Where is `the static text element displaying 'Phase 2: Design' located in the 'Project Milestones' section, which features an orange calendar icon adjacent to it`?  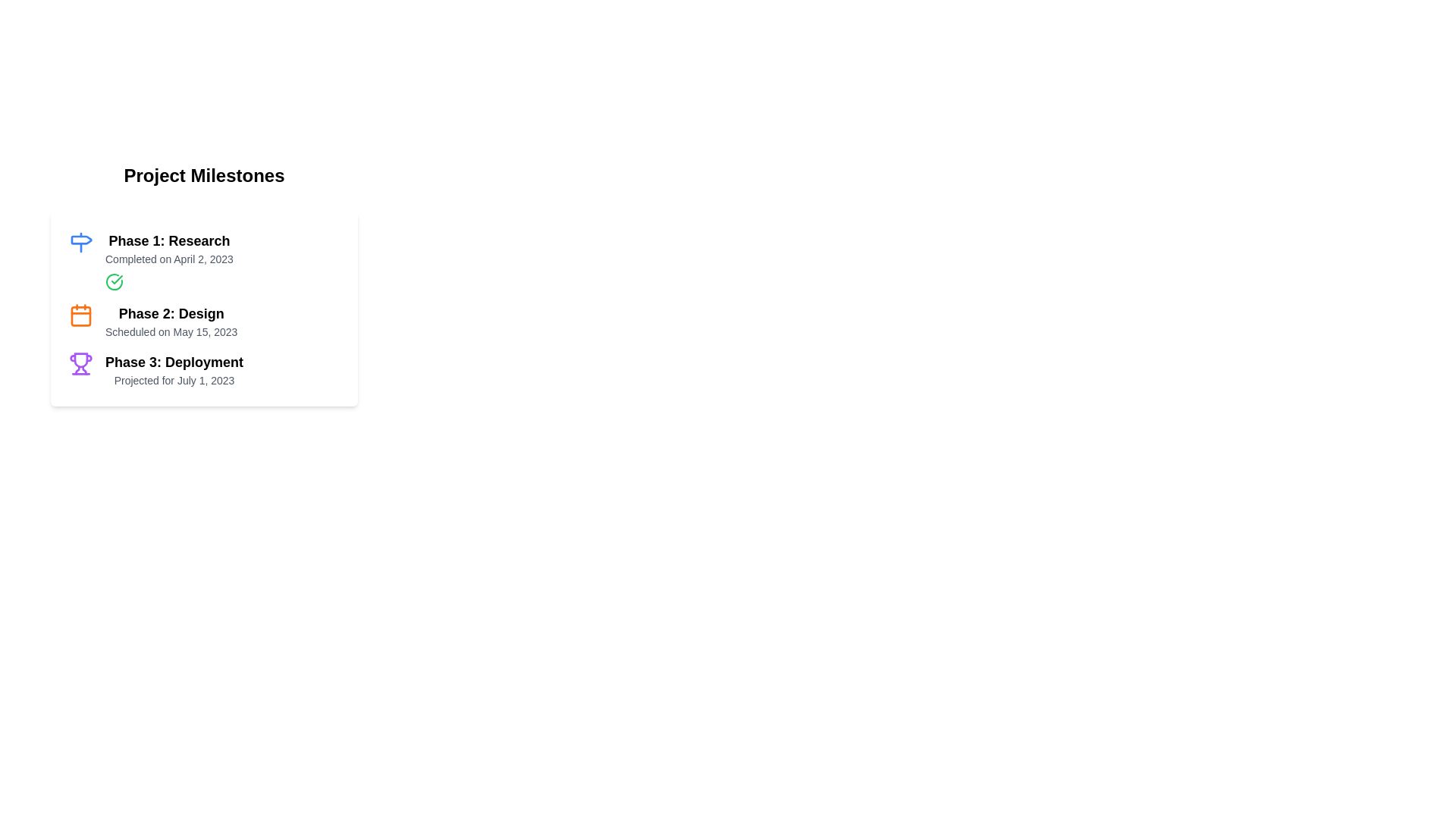
the static text element displaying 'Phase 2: Design' located in the 'Project Milestones' section, which features an orange calendar icon adjacent to it is located at coordinates (171, 312).